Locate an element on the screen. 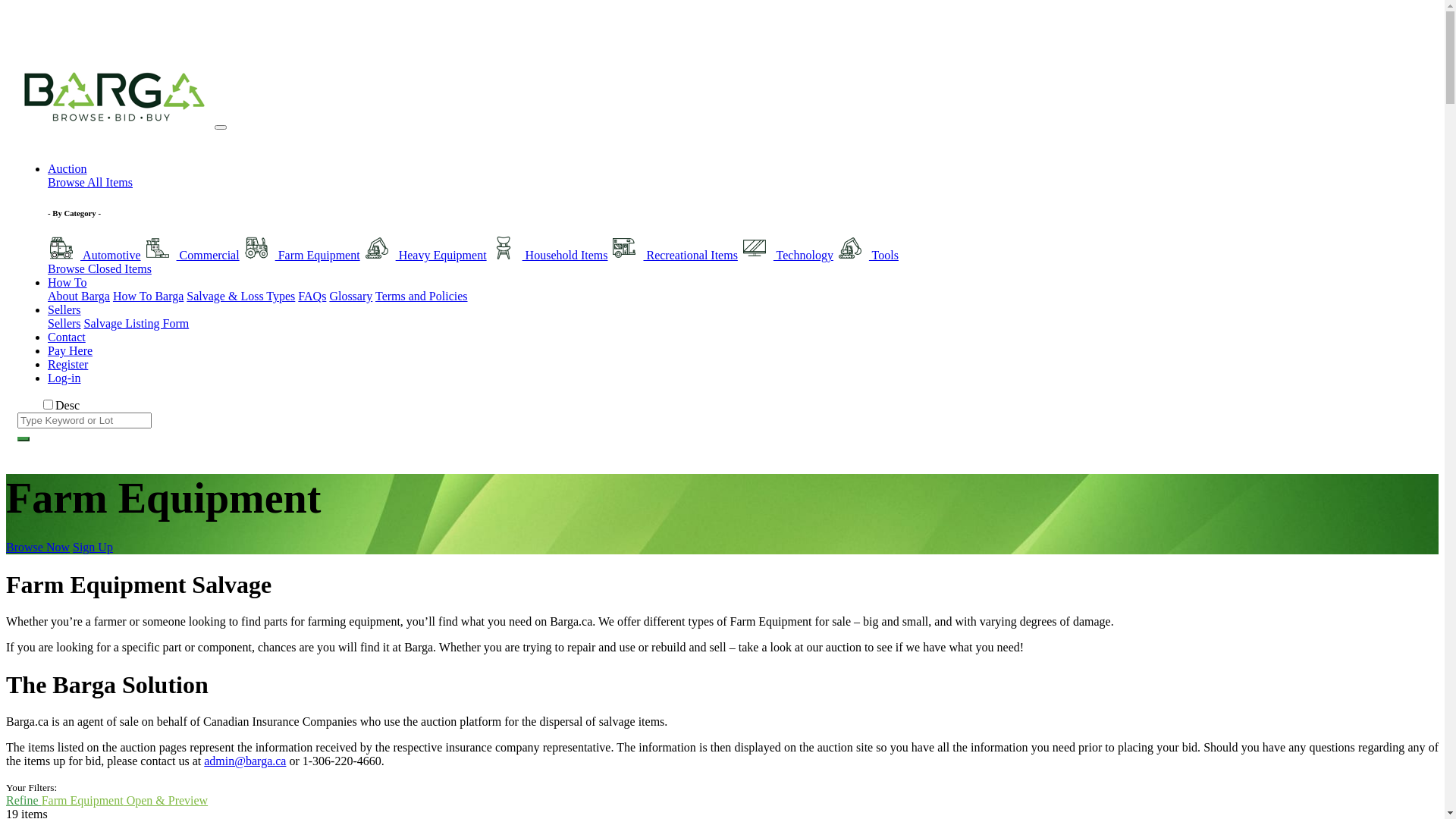  'Terms and Policies' is located at coordinates (422, 296).